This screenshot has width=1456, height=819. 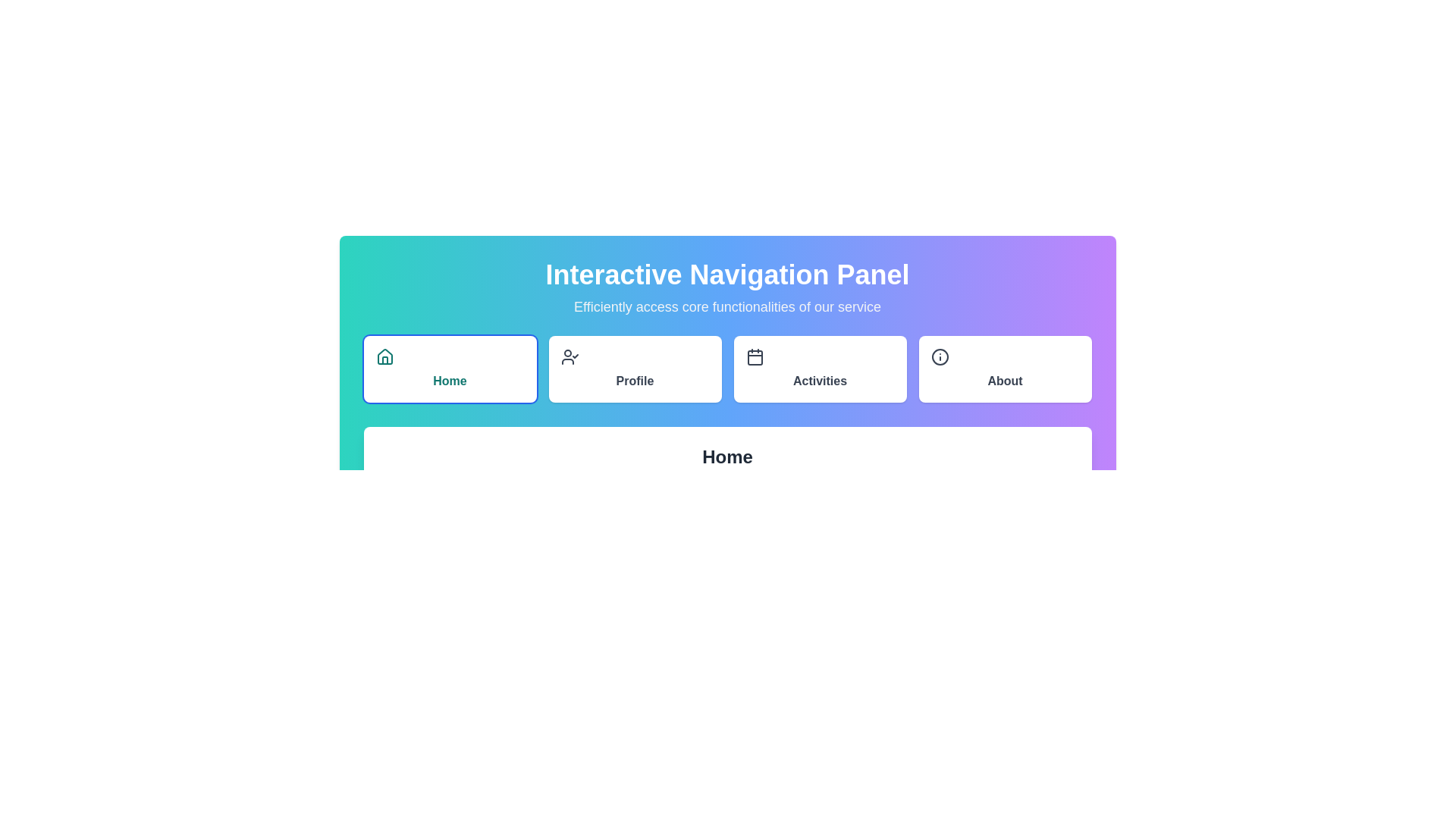 I want to click on the 'About' button, which is the fourth button in the top-right corner of the main navigation panel, to observe style changes, so click(x=1005, y=369).